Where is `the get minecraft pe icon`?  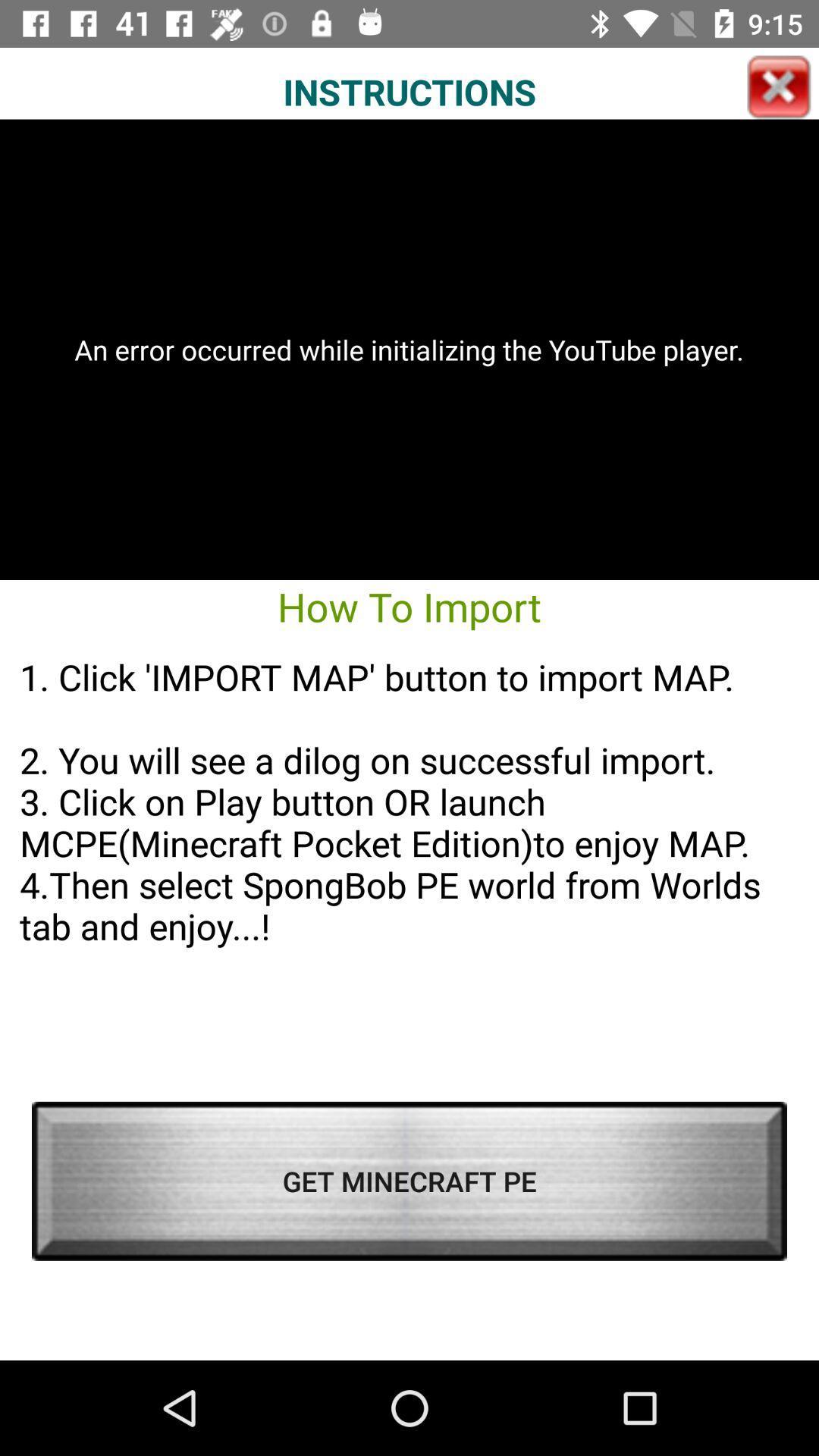
the get minecraft pe icon is located at coordinates (409, 1180).